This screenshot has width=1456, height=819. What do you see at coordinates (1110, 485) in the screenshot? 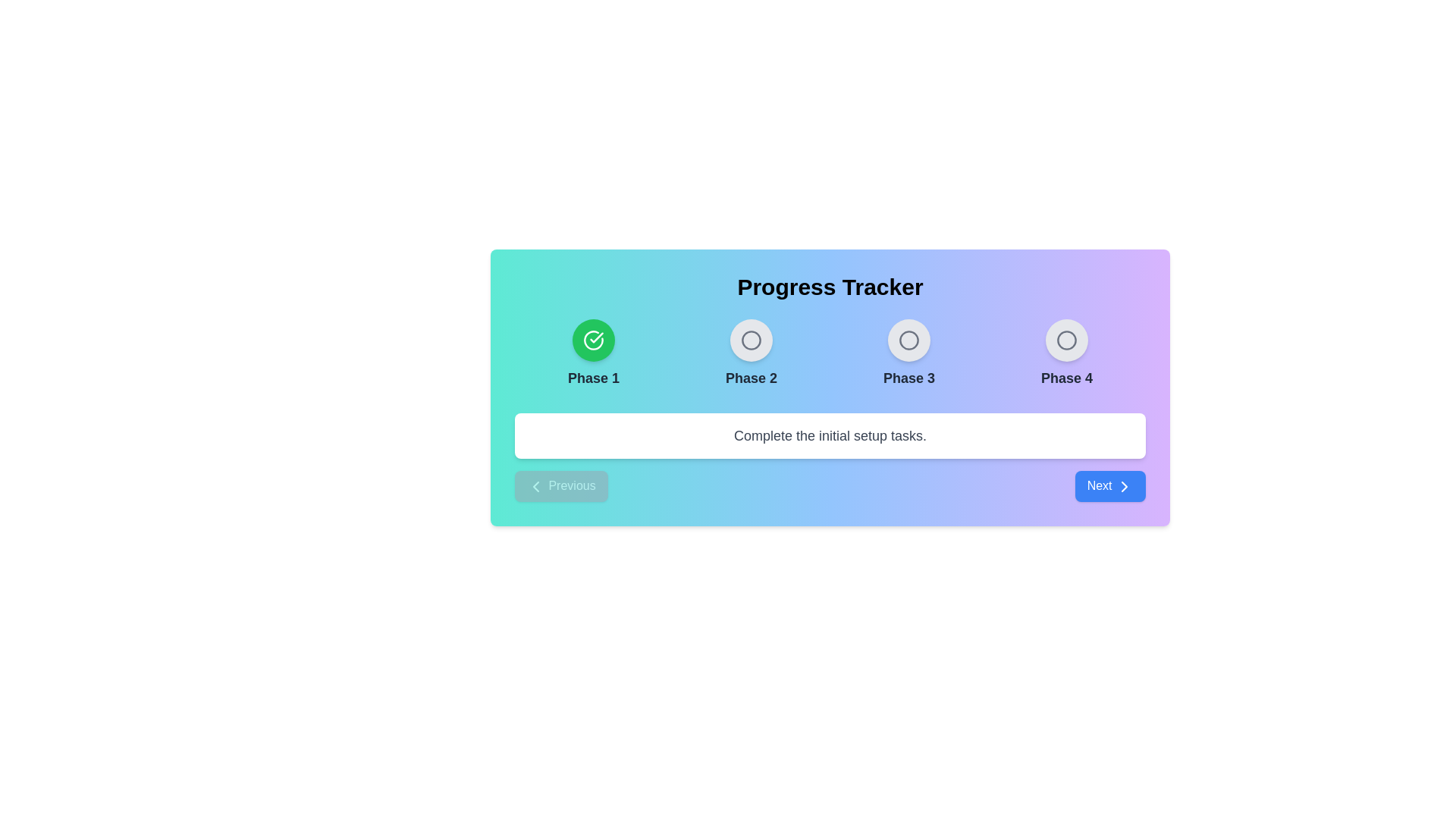
I see `the 'Next' button to navigate to the next phase` at bounding box center [1110, 485].